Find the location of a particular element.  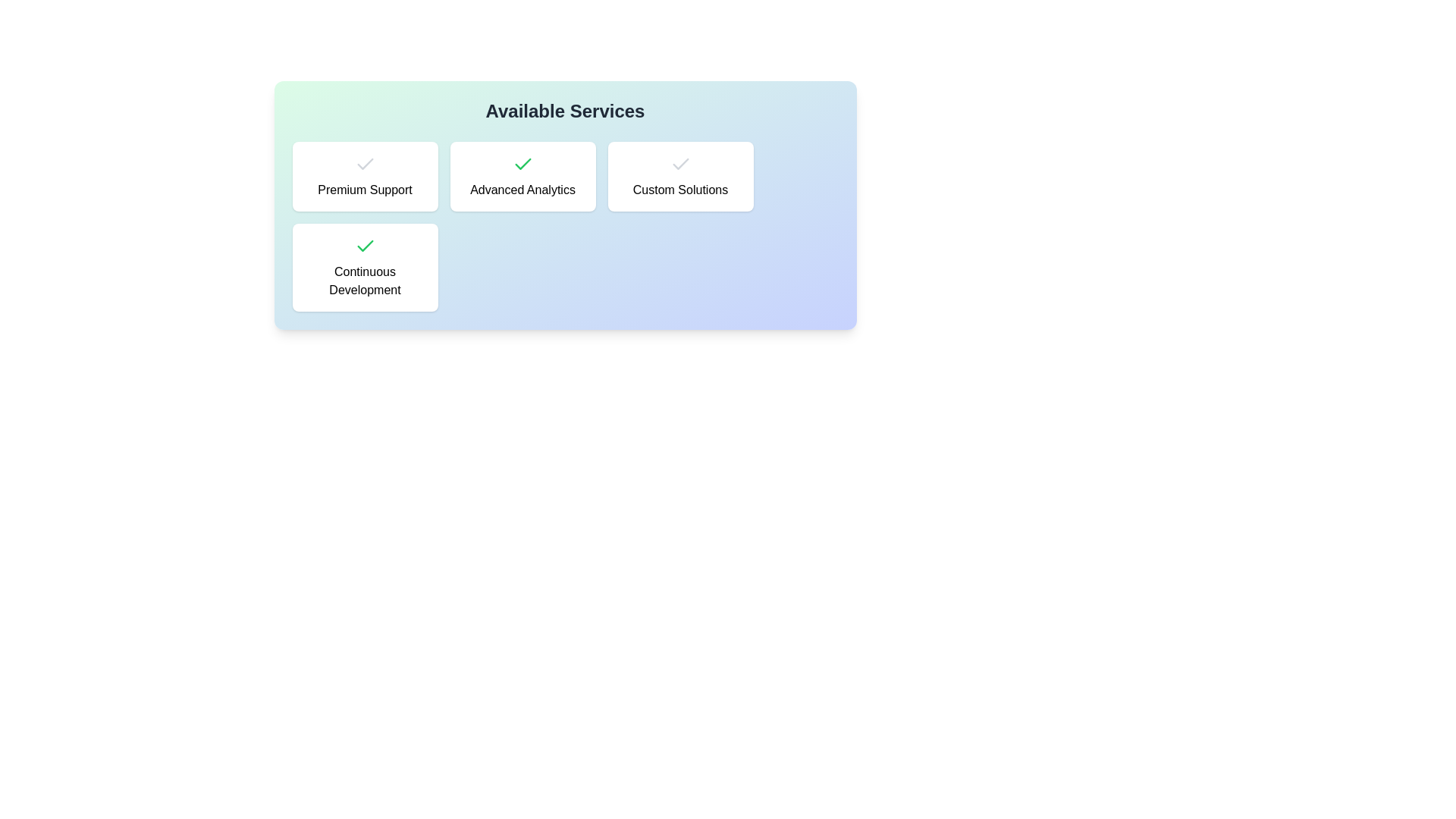

the rectangular card with a white background and checkmark icon above the text 'Custom Solutions', located in the rightmost column of the top row within a four-item grid is located at coordinates (679, 175).